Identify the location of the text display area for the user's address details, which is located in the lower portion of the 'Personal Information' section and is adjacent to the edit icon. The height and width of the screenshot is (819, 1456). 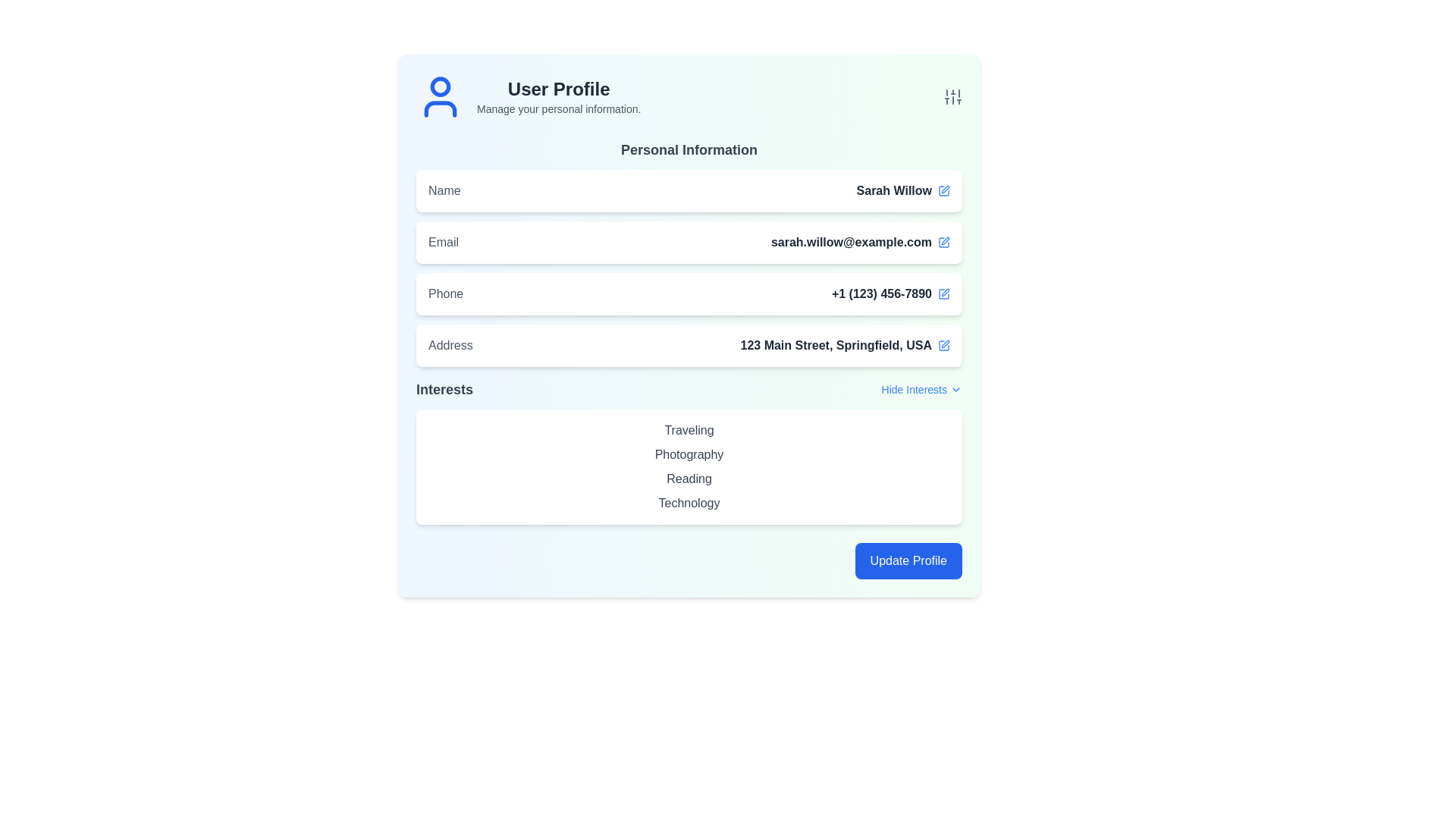
(844, 345).